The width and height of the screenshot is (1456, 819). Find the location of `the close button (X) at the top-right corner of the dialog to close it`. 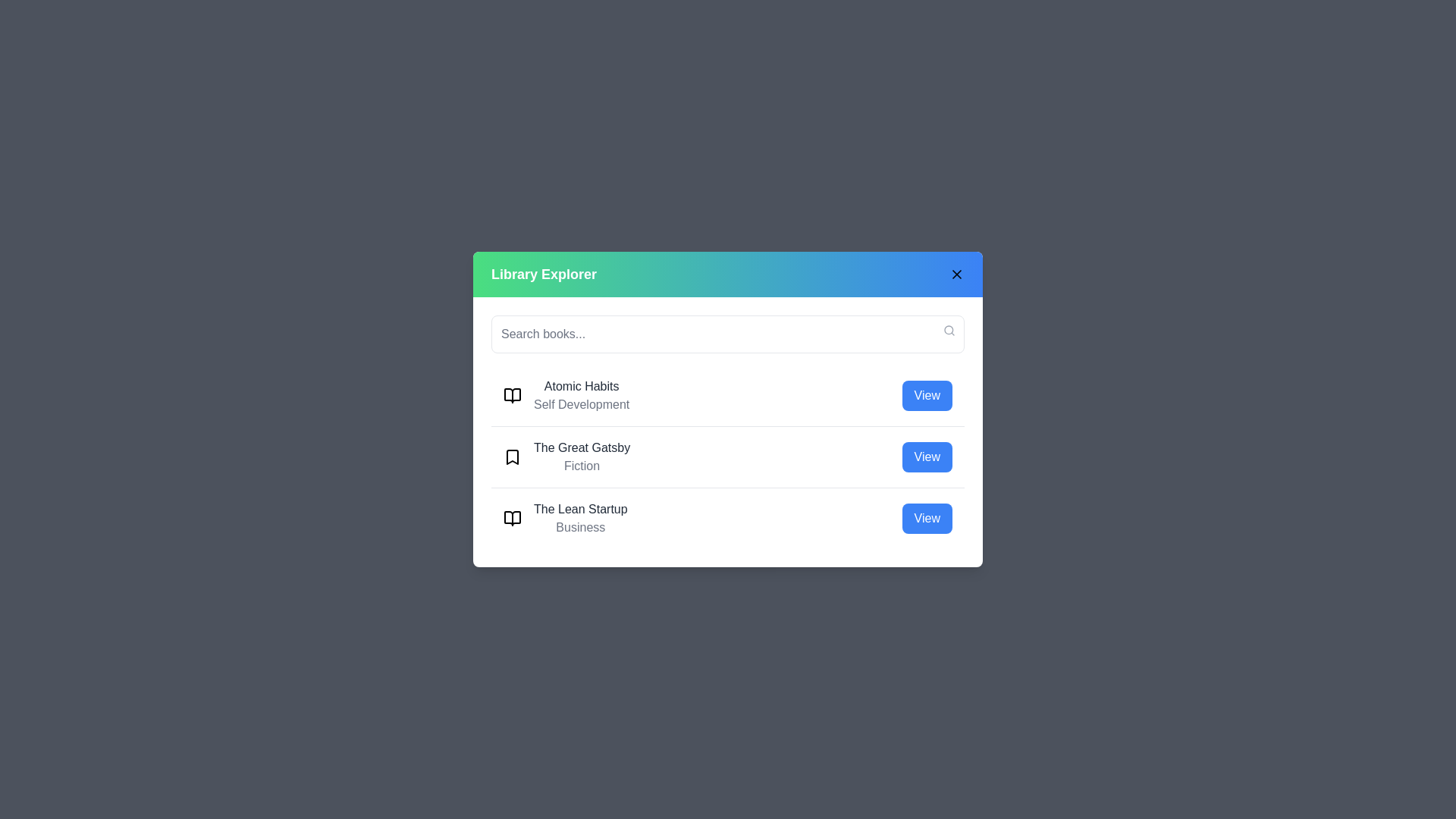

the close button (X) at the top-right corner of the dialog to close it is located at coordinates (956, 275).